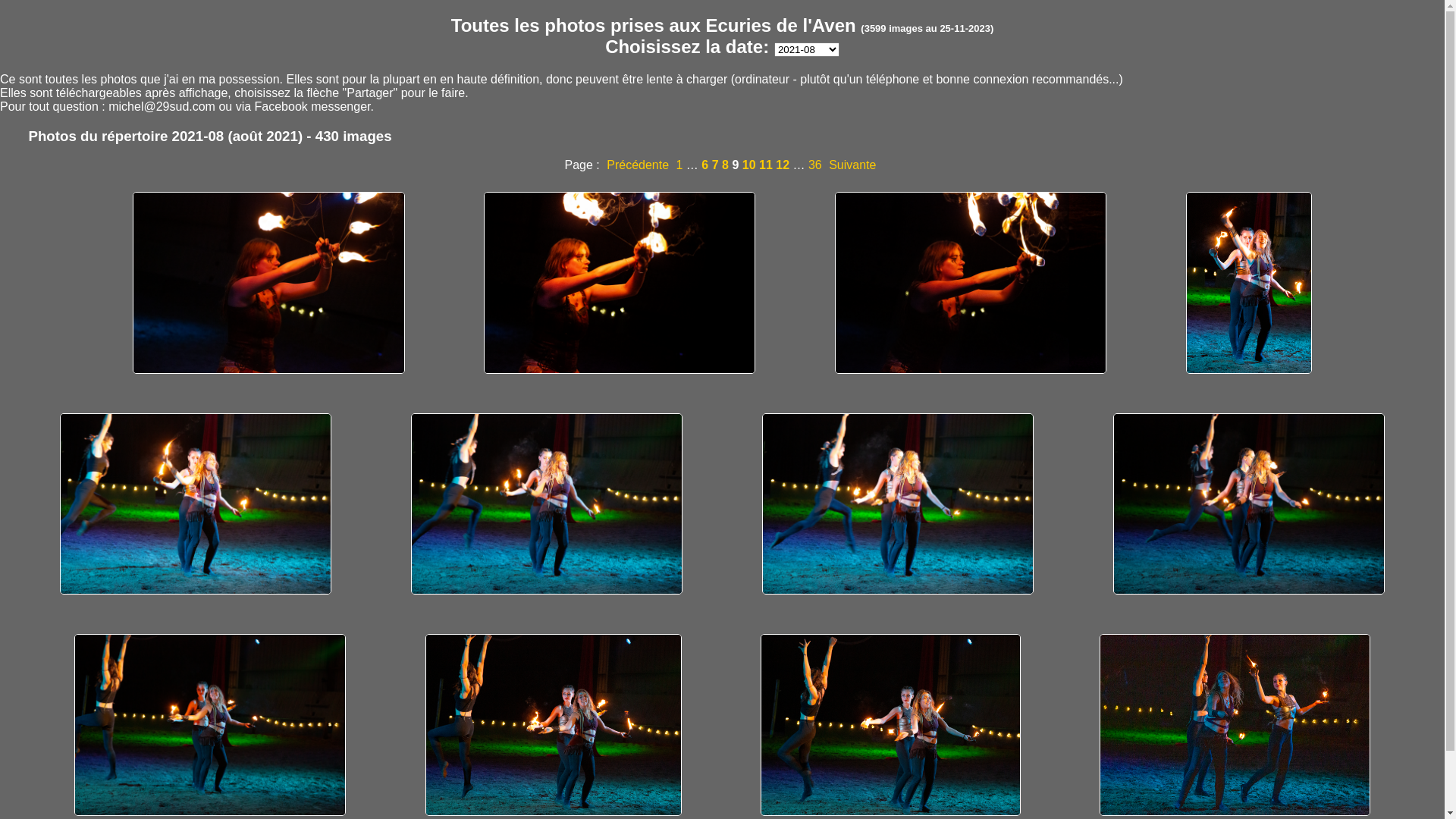 The image size is (1456, 819). I want to click on '6', so click(704, 165).